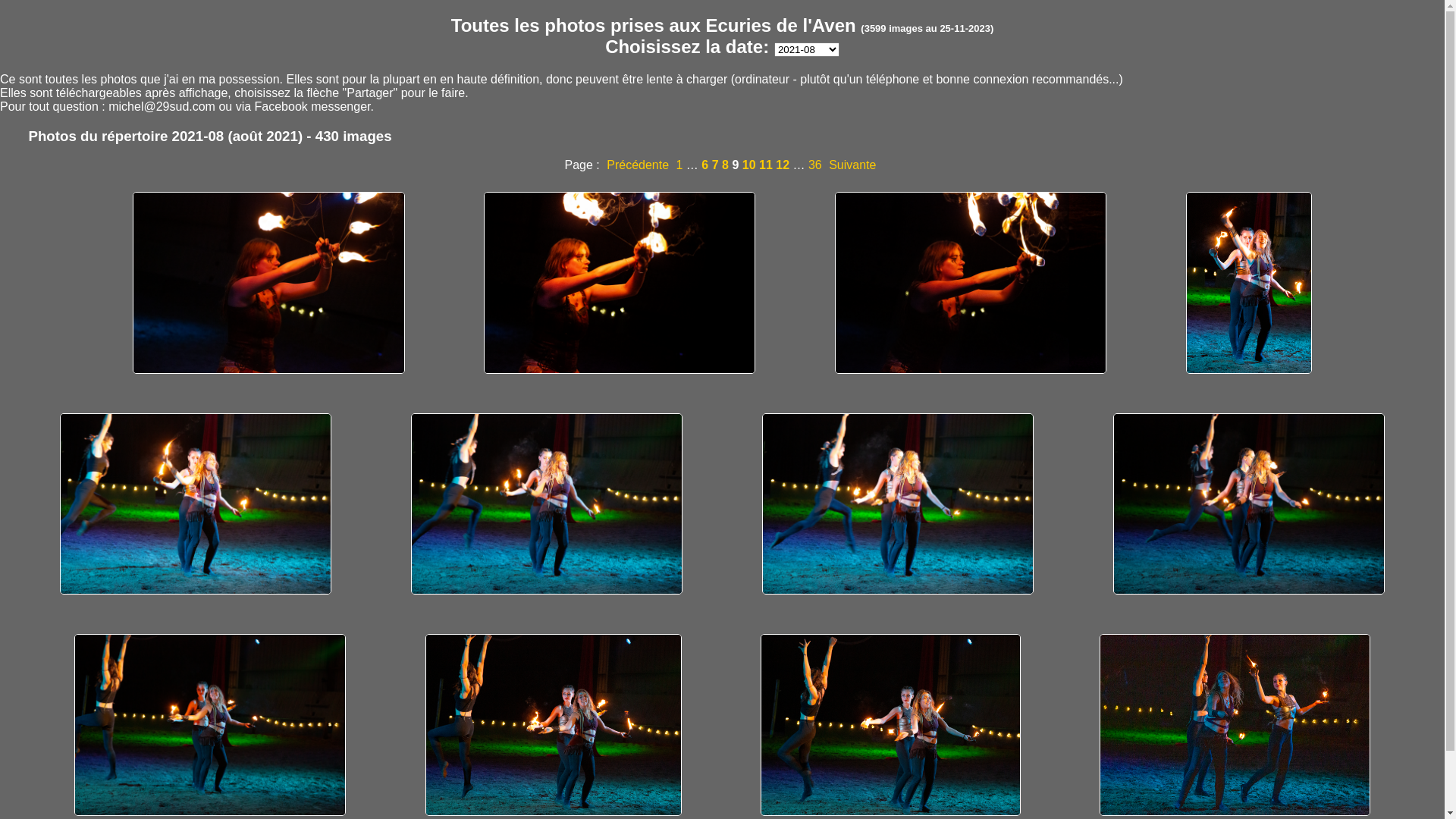 The image size is (1456, 819). I want to click on '6', so click(704, 165).